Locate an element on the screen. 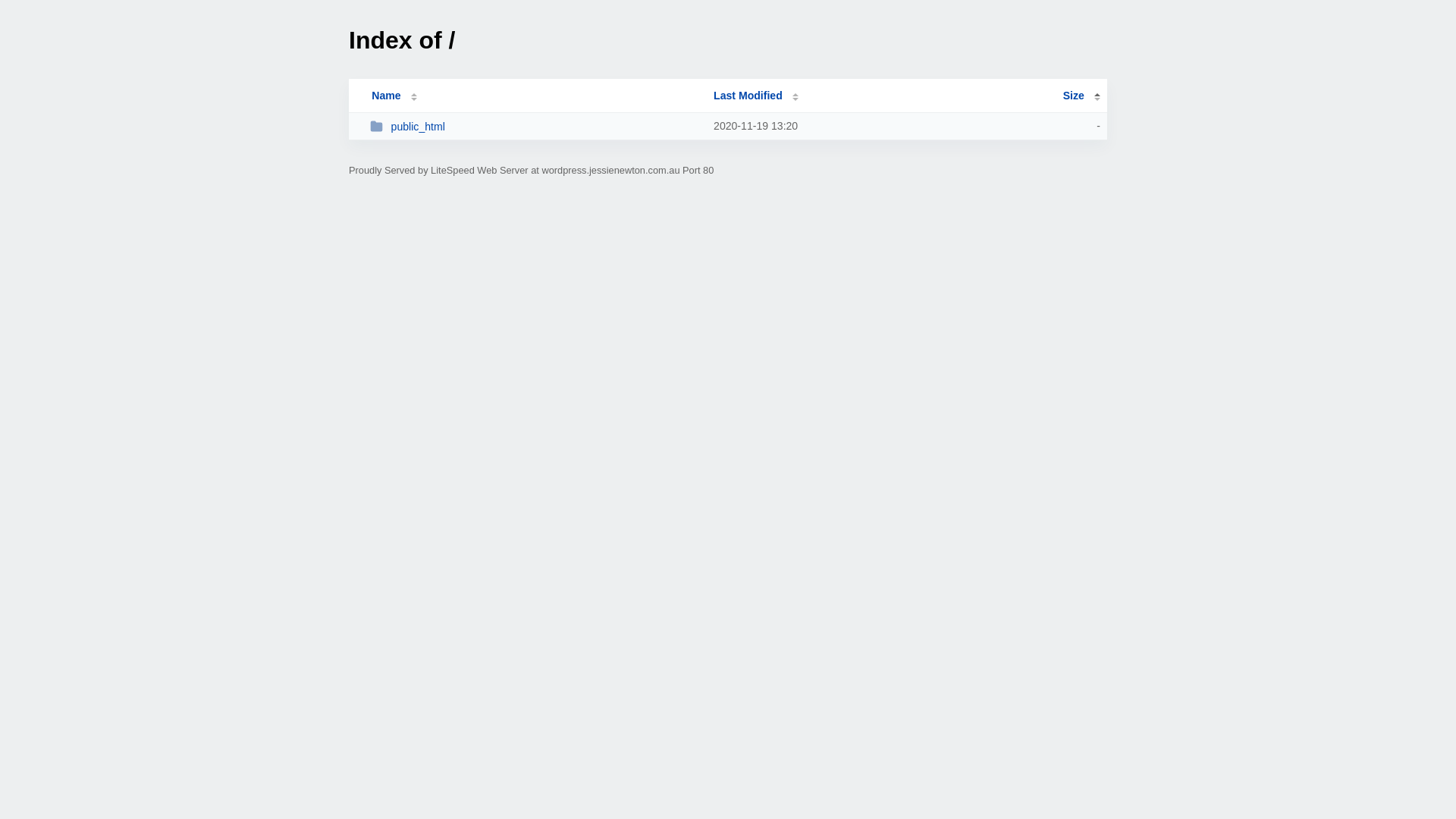 The image size is (1456, 819). 'Name' is located at coordinates (385, 96).